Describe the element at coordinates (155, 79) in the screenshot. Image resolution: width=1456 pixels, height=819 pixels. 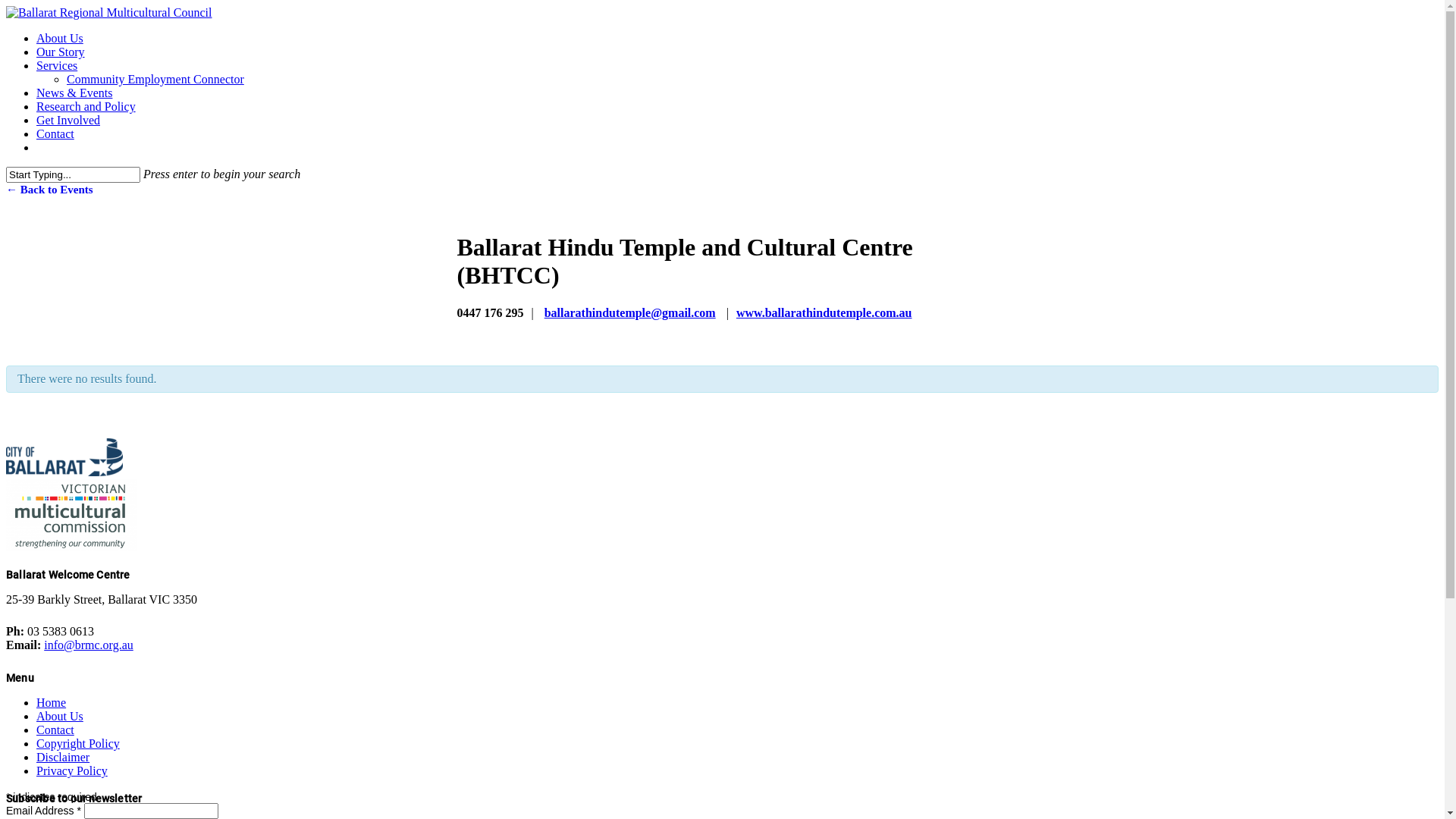
I see `'Community Employment Connector'` at that location.